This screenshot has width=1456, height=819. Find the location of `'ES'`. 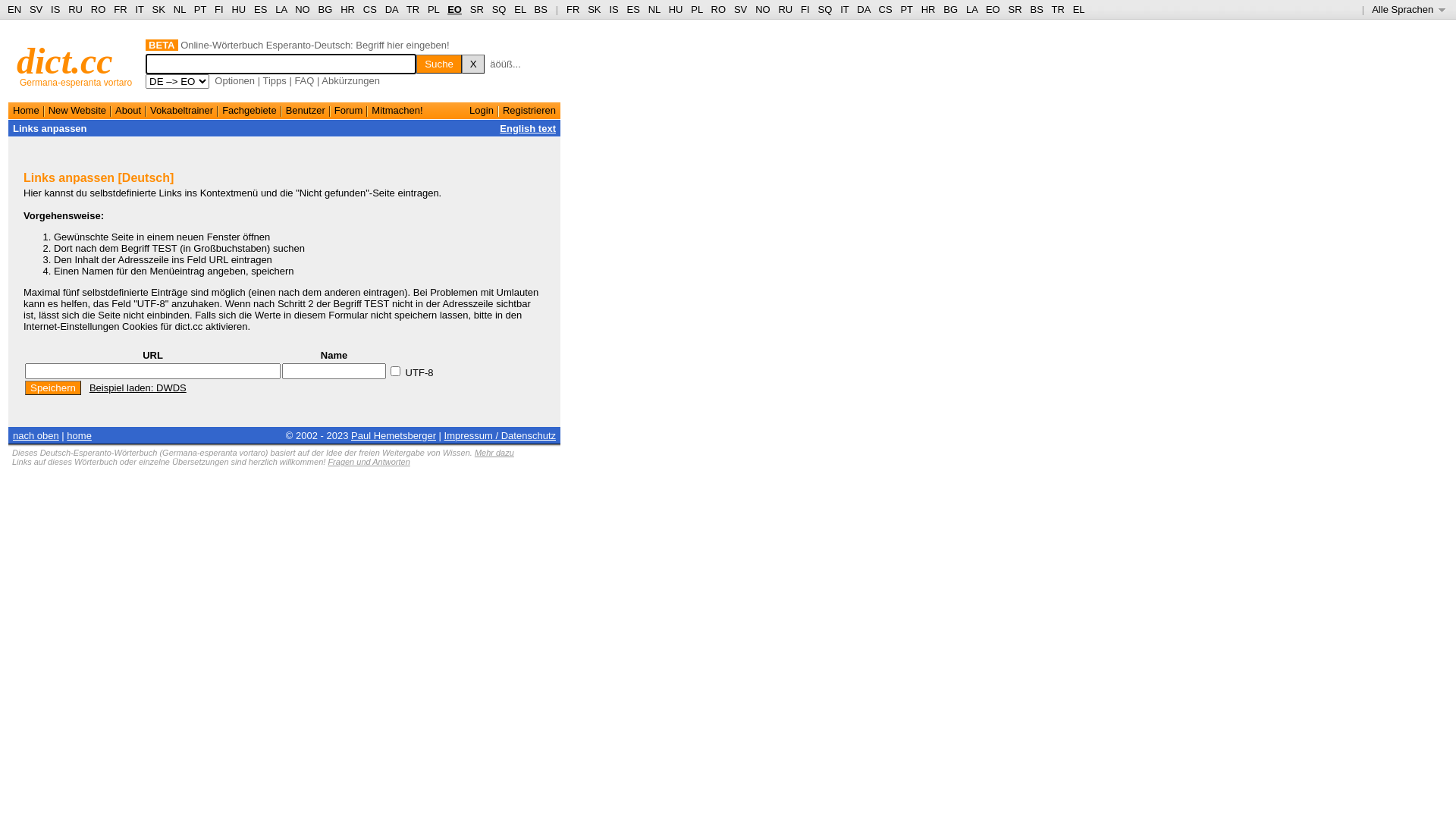

'ES' is located at coordinates (260, 9).